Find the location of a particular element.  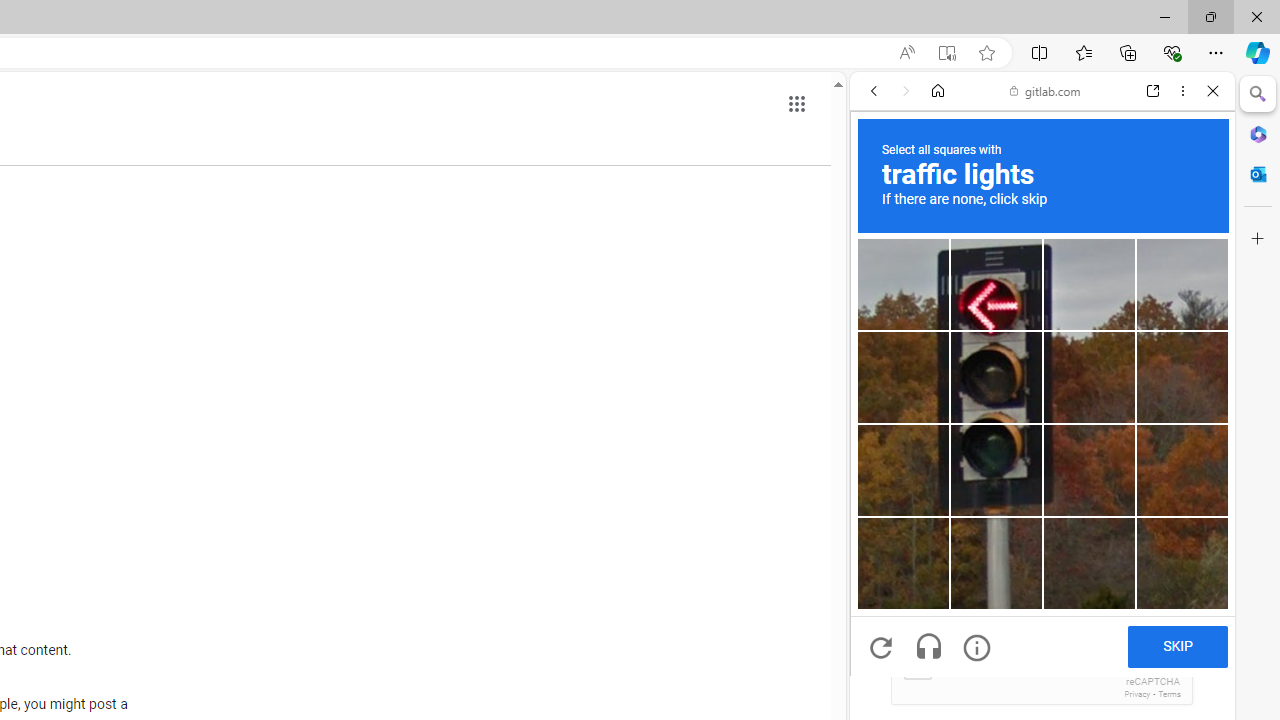

'GitLab' is located at coordinates (1034, 288).